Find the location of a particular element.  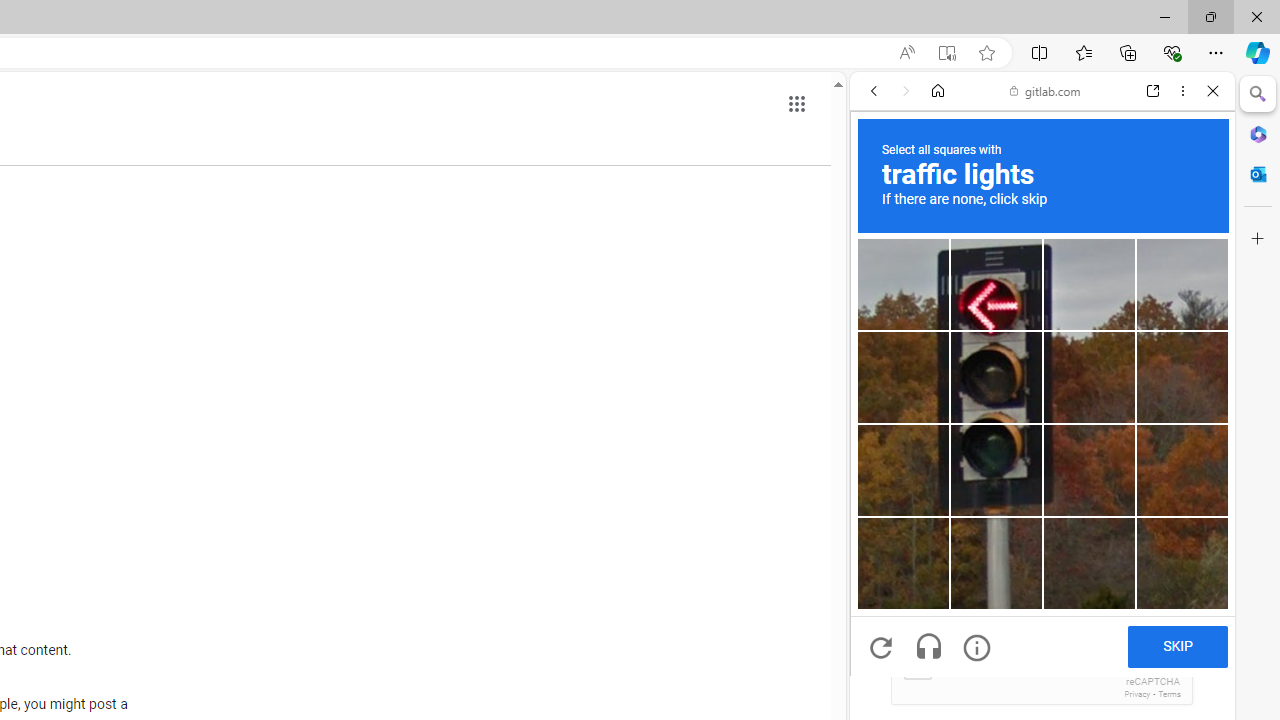

'GitLab' is located at coordinates (1034, 288).